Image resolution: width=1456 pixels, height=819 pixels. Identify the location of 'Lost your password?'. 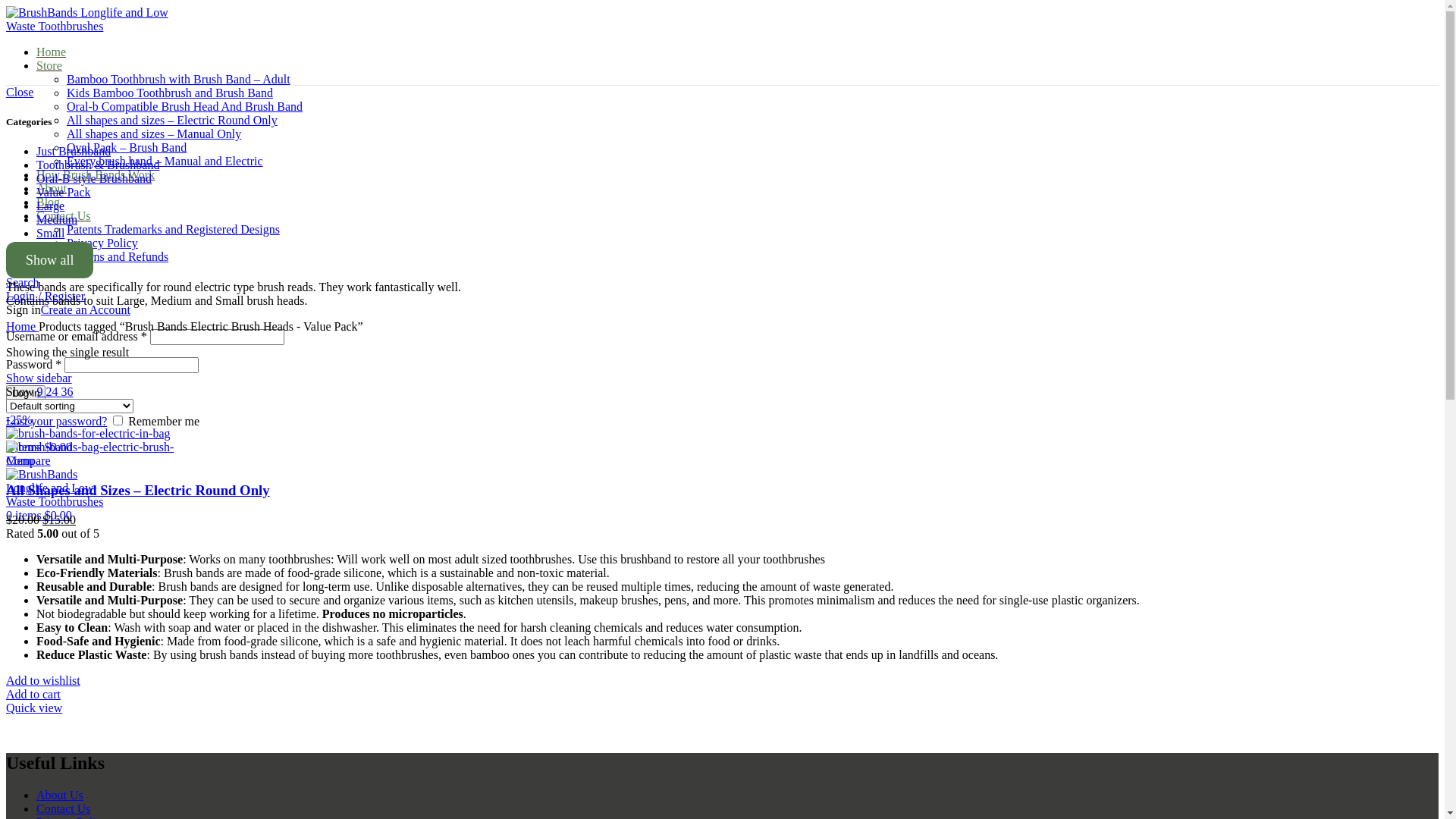
(56, 421).